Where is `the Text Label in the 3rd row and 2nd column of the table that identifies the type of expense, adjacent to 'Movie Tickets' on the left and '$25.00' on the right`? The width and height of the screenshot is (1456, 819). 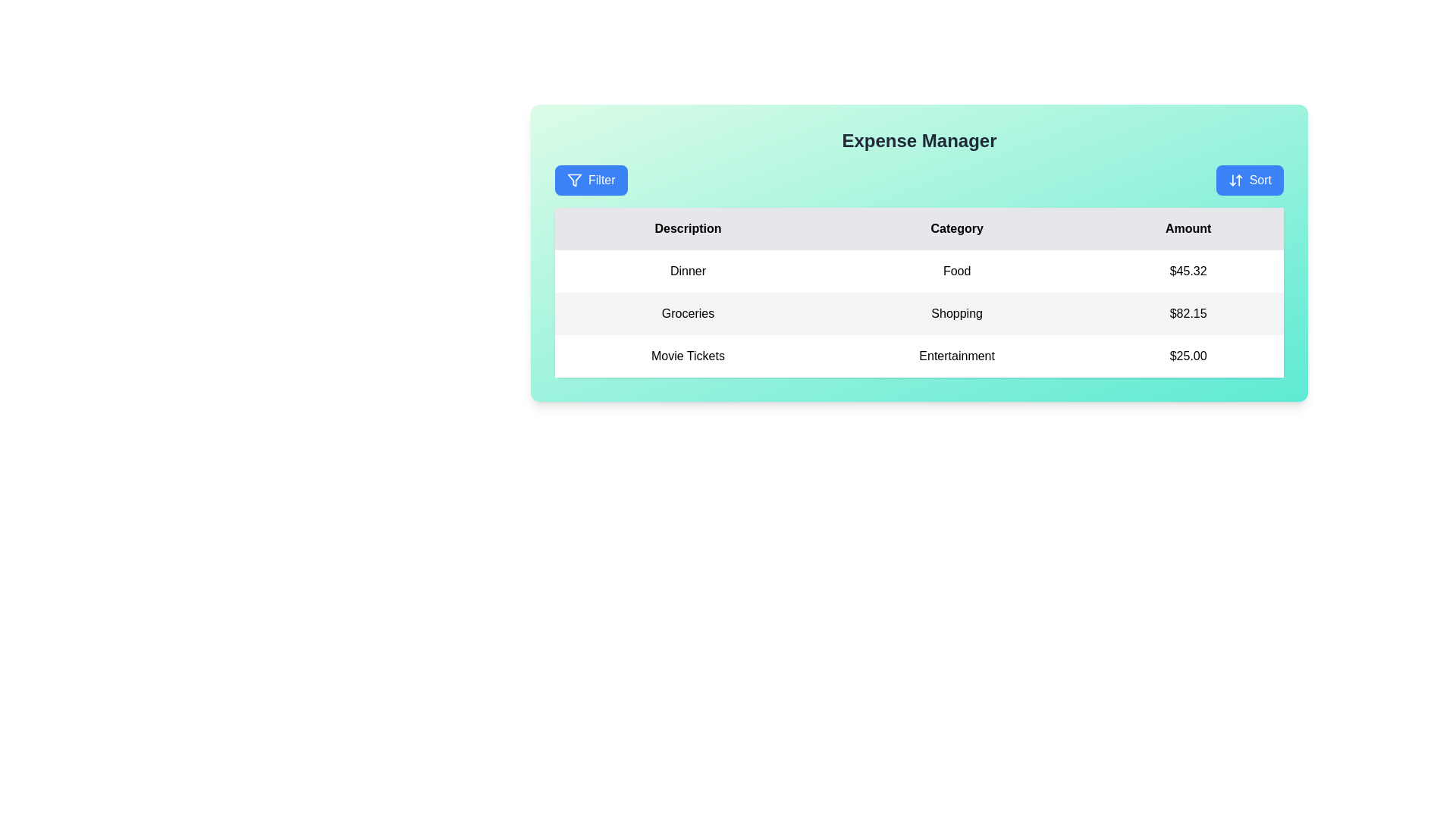 the Text Label in the 3rd row and 2nd column of the table that identifies the type of expense, adjacent to 'Movie Tickets' on the left and '$25.00' on the right is located at coordinates (956, 356).